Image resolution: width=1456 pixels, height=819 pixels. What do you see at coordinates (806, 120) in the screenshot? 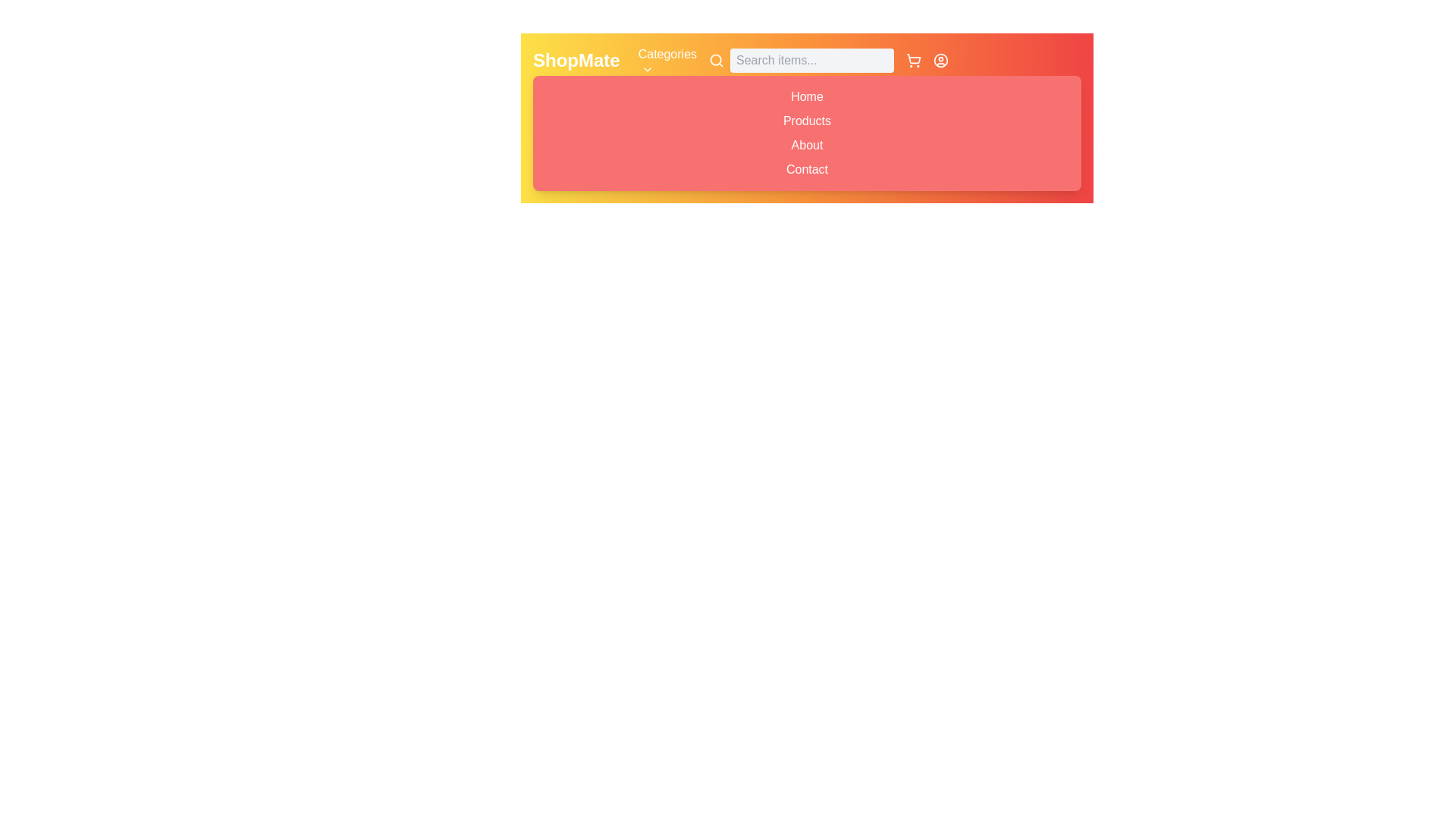
I see `the 'Products' hyperlink, the second entry in the vertical list below 'Home' and above 'About' and 'Contact'` at bounding box center [806, 120].